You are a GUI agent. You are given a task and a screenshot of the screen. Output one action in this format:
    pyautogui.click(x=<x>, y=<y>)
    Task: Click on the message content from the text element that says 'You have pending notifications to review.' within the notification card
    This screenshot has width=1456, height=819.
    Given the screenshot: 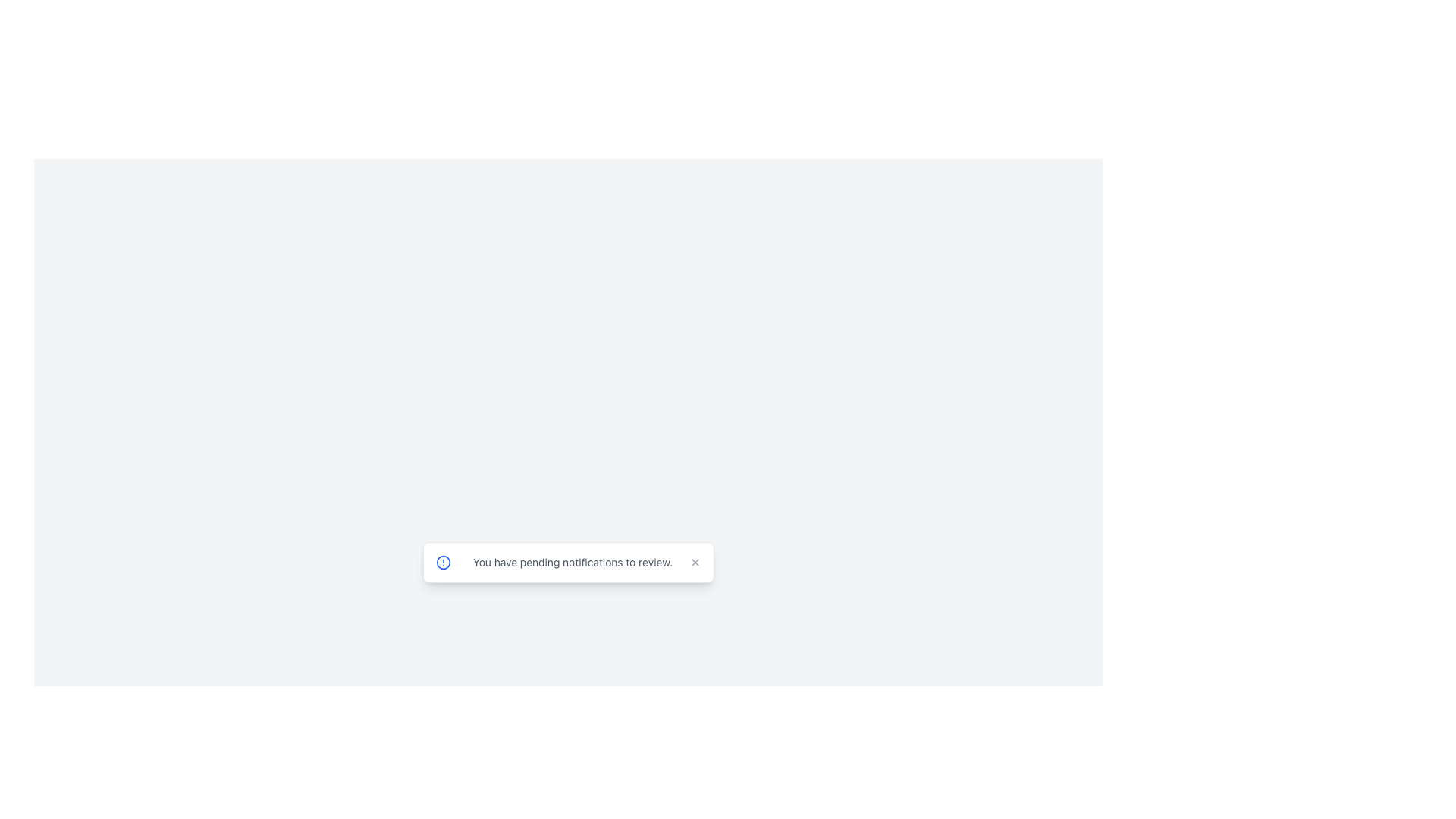 What is the action you would take?
    pyautogui.click(x=572, y=562)
    